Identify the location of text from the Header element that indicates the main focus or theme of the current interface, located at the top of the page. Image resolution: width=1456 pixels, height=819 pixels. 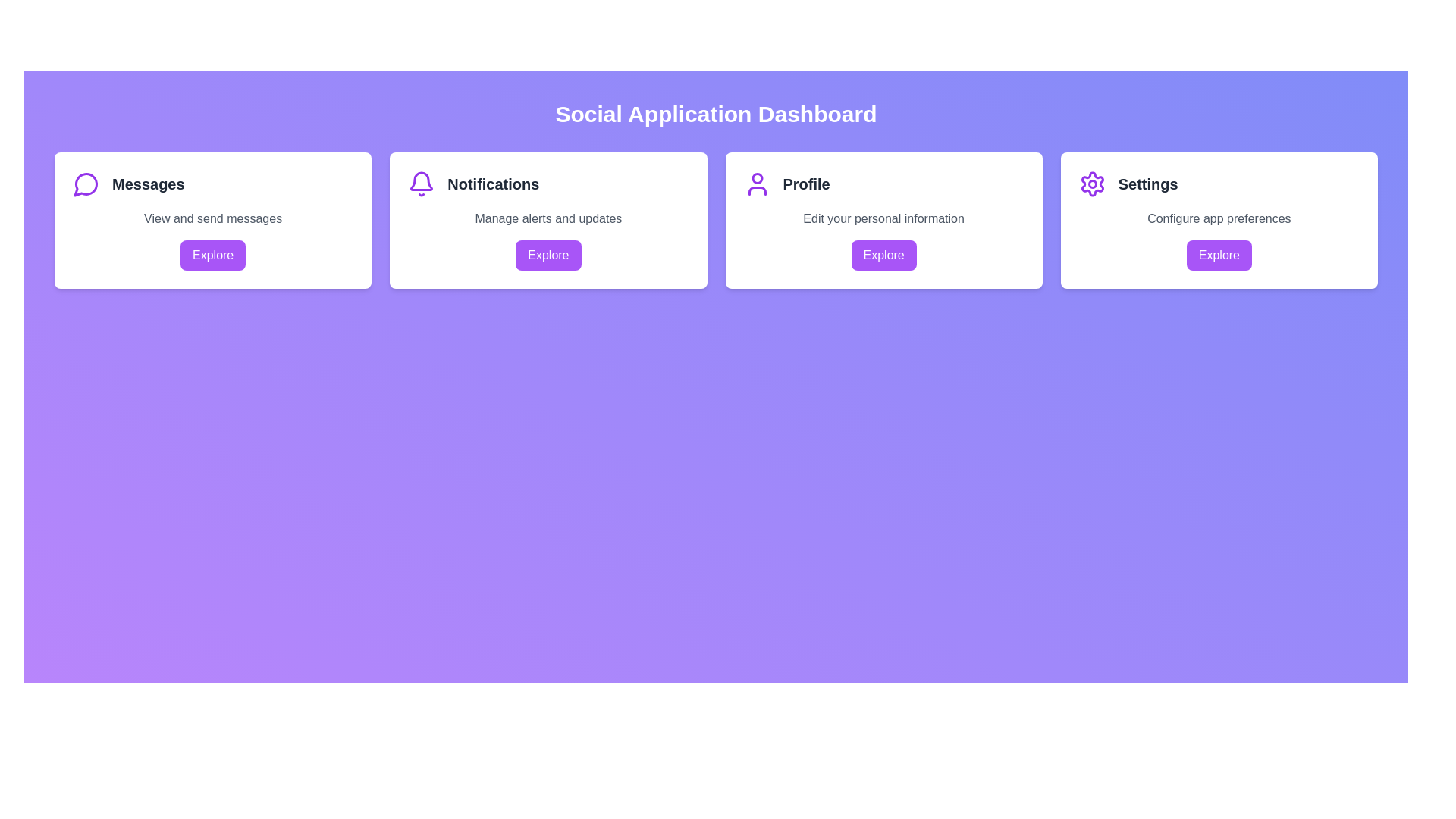
(715, 113).